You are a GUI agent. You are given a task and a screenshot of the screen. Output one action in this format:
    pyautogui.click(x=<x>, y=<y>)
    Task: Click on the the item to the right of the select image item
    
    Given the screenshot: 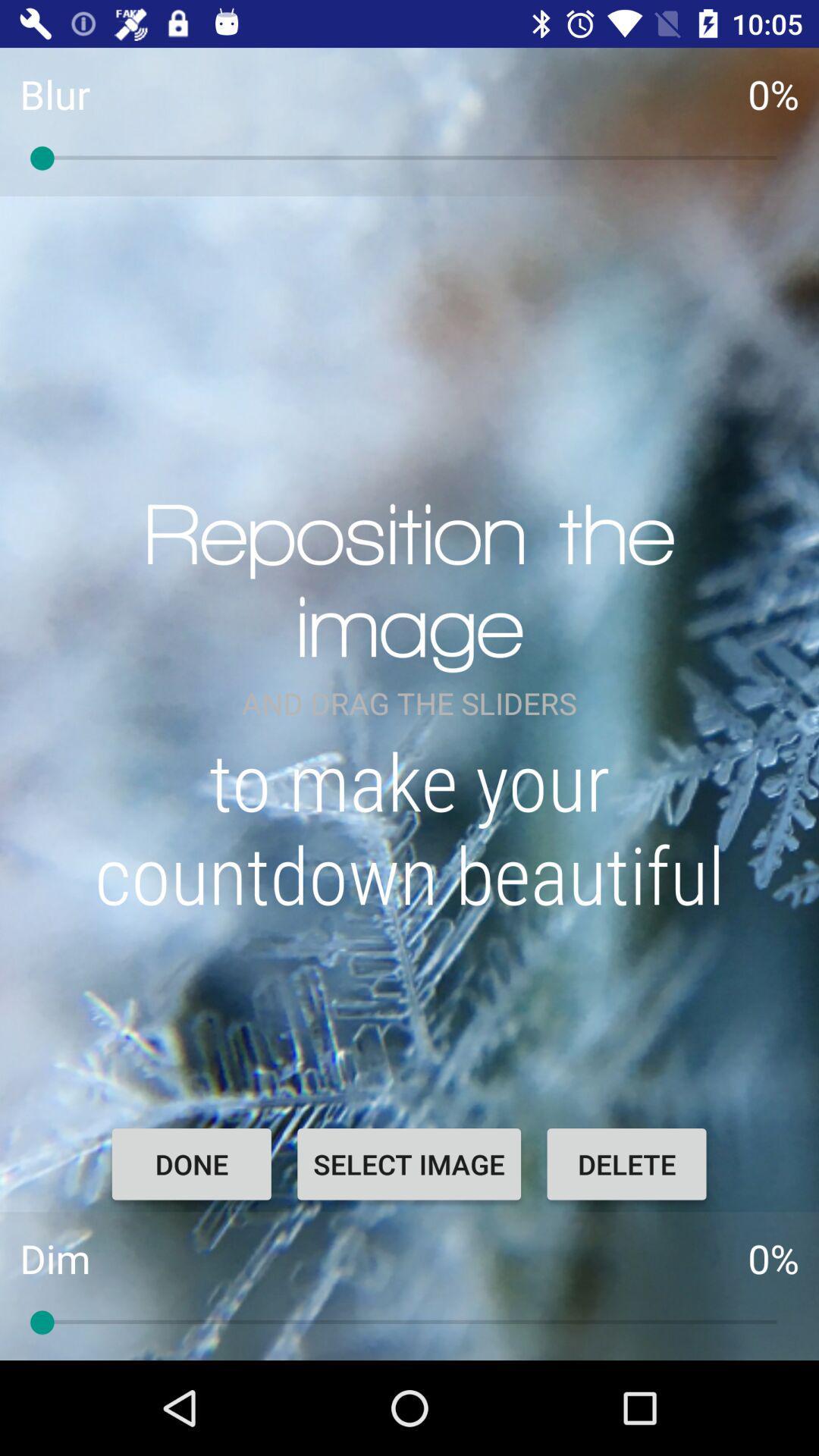 What is the action you would take?
    pyautogui.click(x=626, y=1163)
    